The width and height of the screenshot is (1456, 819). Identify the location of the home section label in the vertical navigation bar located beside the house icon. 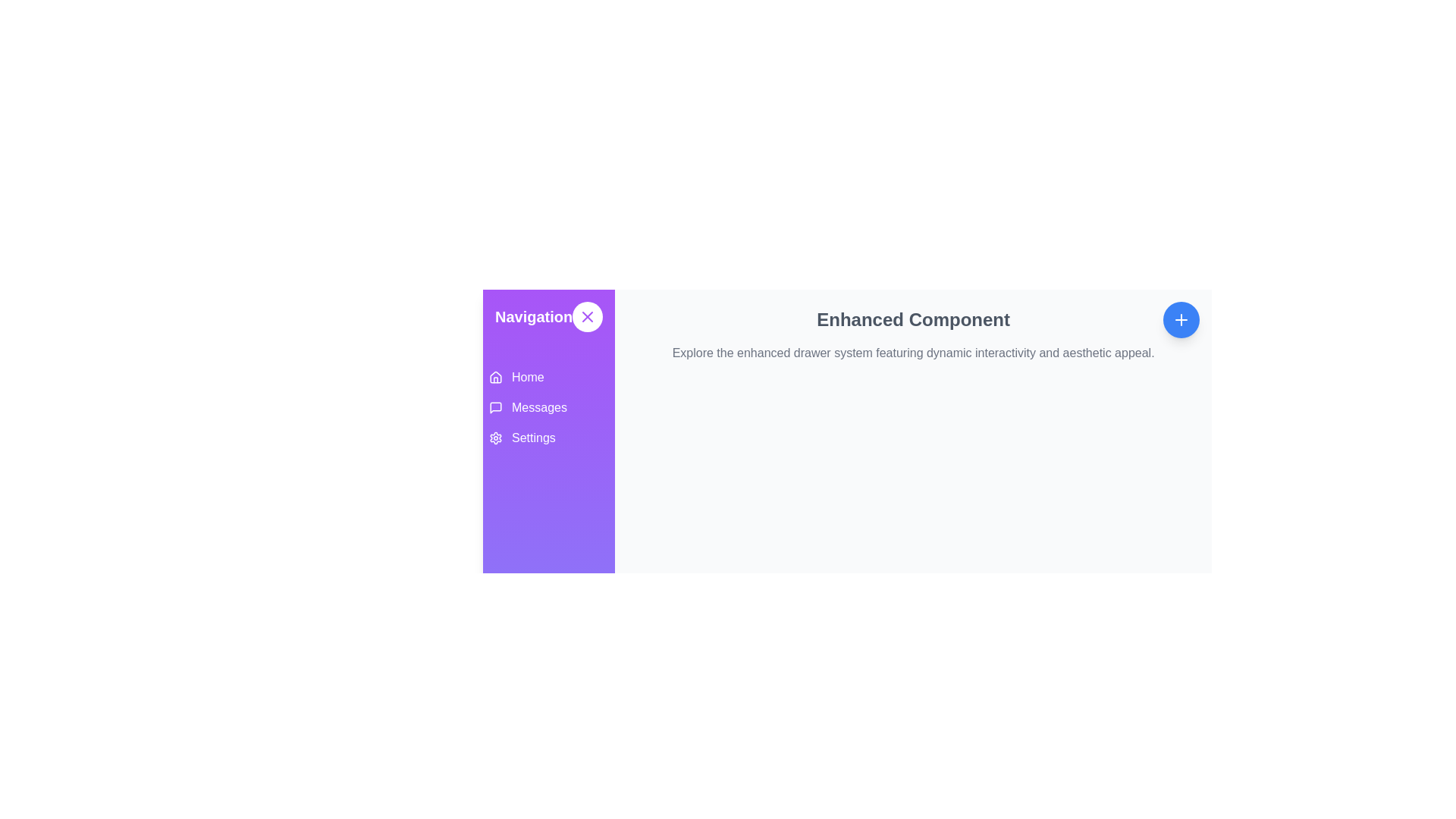
(528, 376).